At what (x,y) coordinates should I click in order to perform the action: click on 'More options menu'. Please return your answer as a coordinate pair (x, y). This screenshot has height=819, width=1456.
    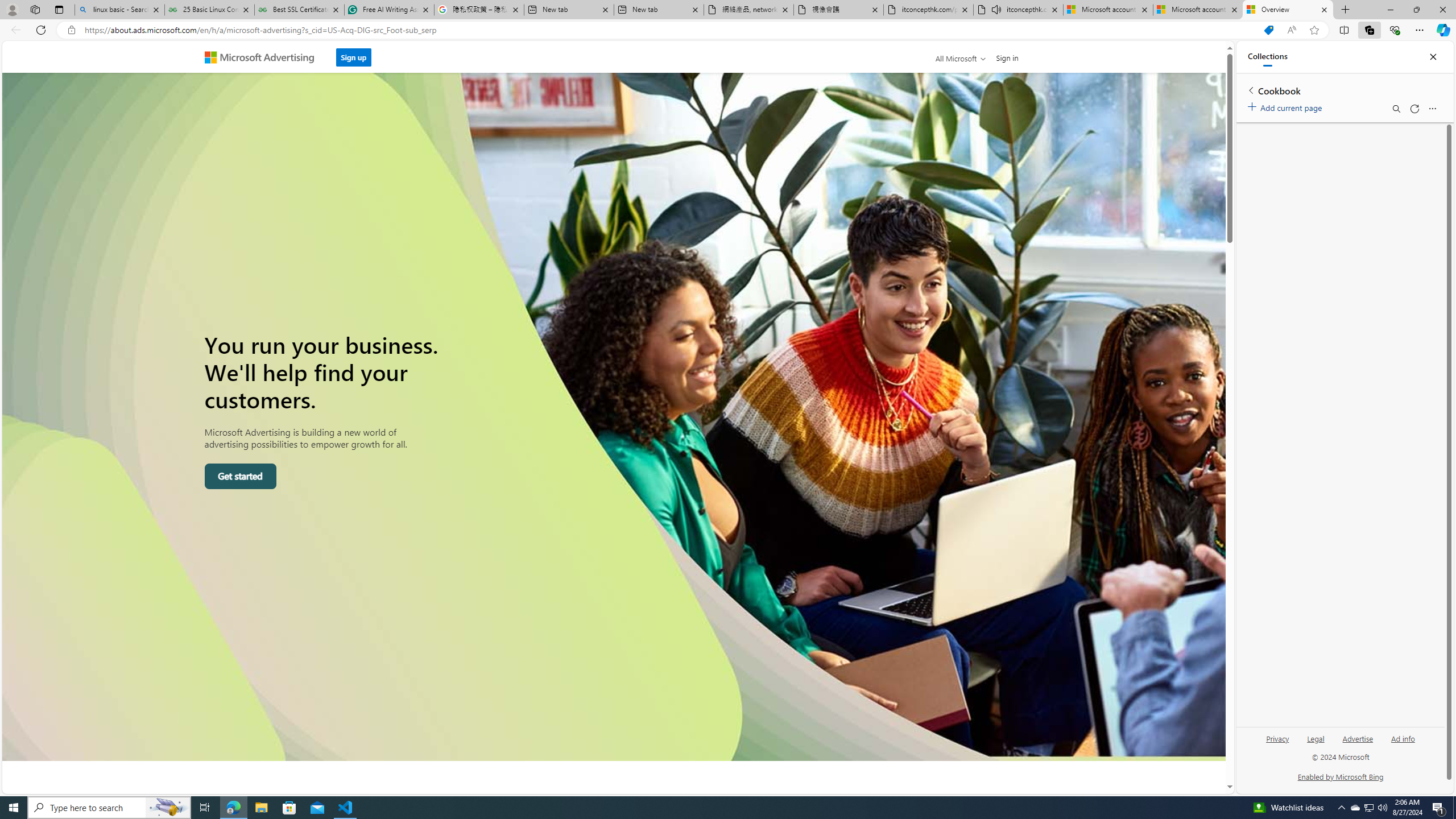
    Looking at the image, I should click on (1433, 109).